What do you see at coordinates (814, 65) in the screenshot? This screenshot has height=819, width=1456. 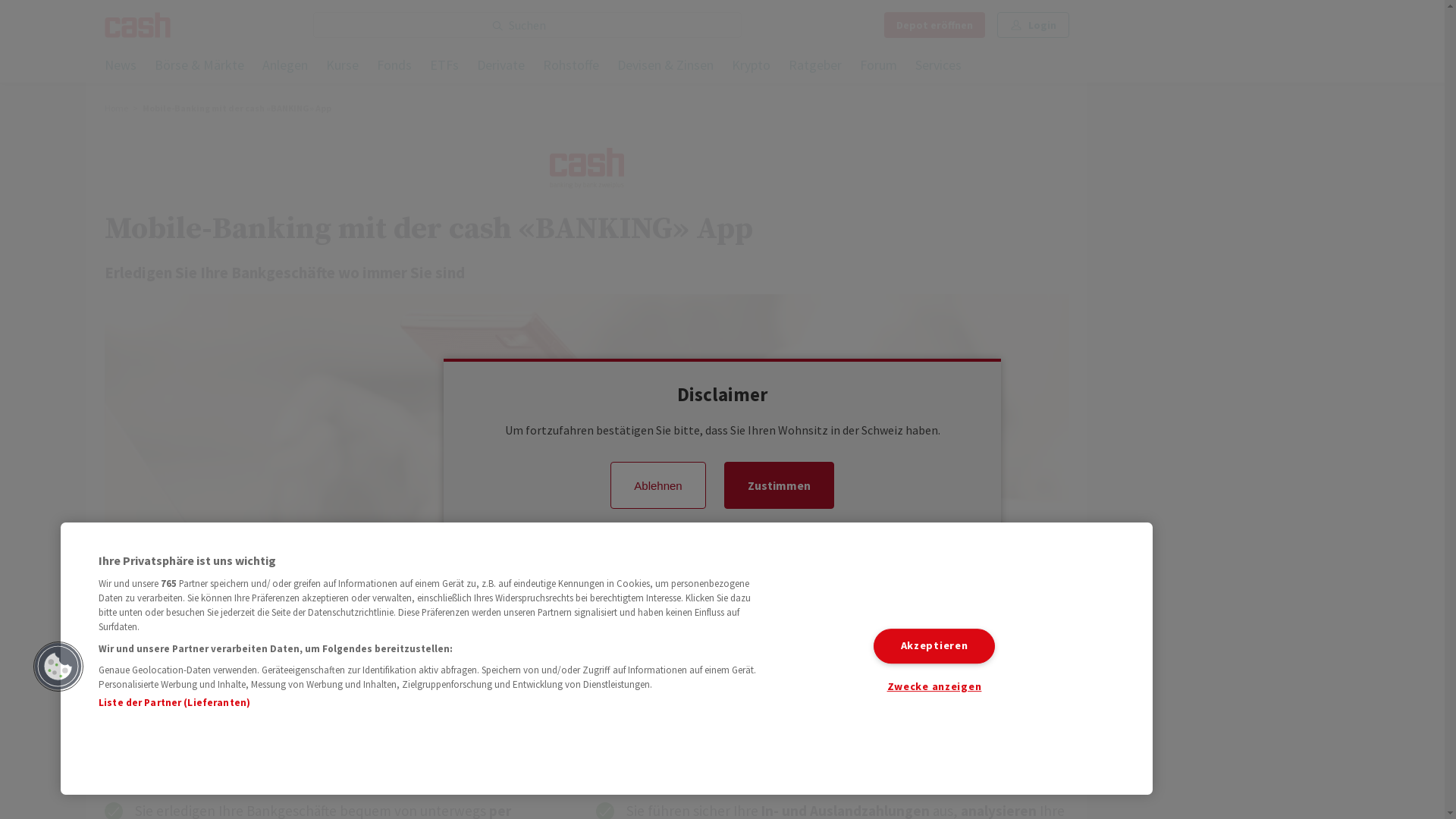 I see `'Ratgeber'` at bounding box center [814, 65].